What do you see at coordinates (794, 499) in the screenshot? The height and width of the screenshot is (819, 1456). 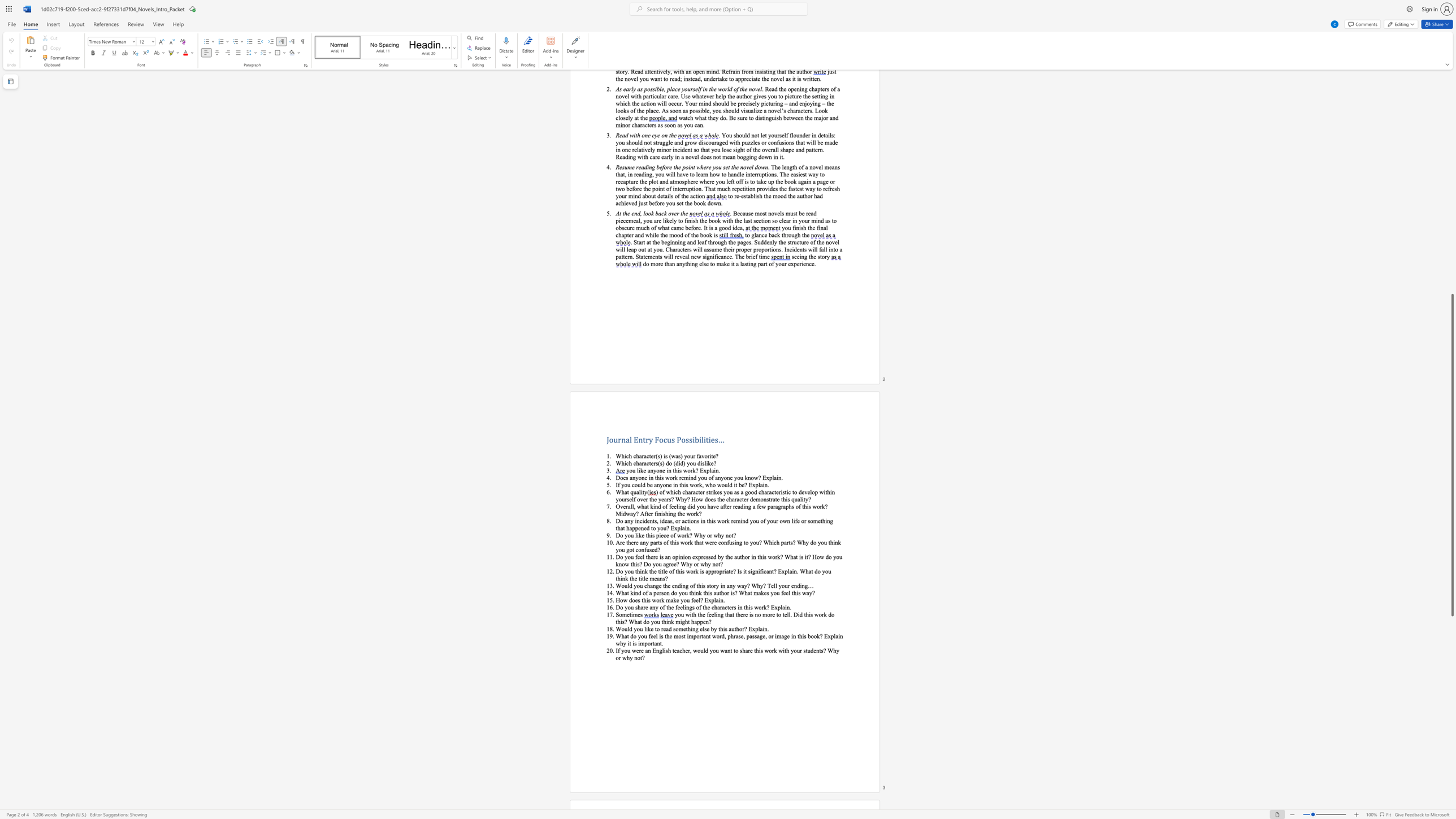 I see `the subset text "uality?" within the text "this quality?"` at bounding box center [794, 499].